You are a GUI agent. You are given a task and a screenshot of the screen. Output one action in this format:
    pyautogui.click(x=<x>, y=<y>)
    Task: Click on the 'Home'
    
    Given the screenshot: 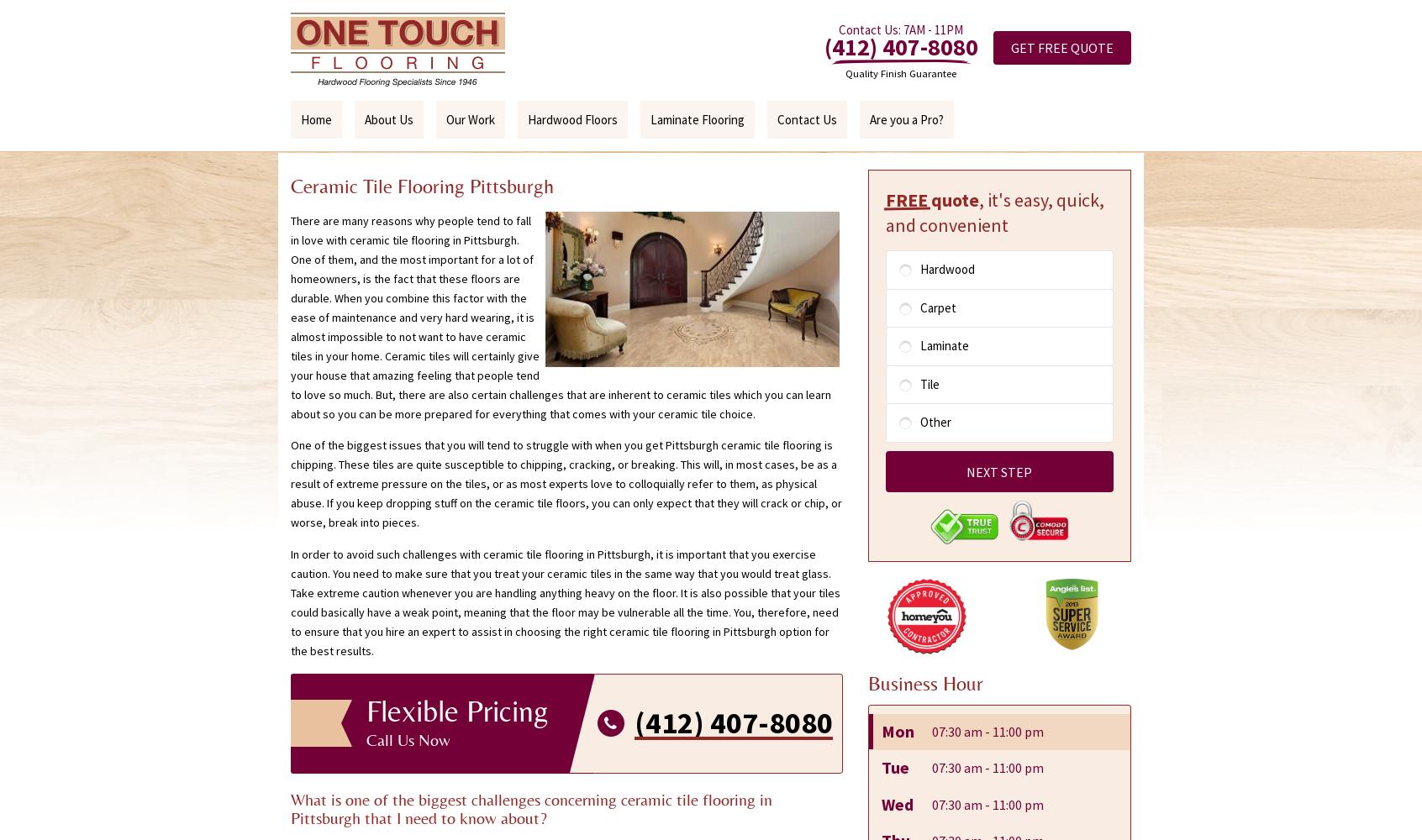 What is the action you would take?
    pyautogui.click(x=316, y=119)
    